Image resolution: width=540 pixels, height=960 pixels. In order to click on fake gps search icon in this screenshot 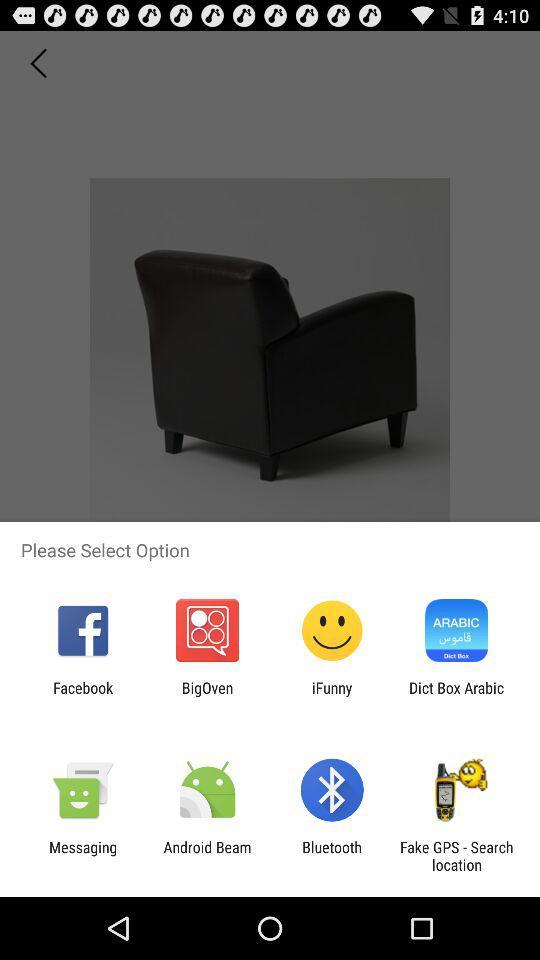, I will do `click(456, 855)`.